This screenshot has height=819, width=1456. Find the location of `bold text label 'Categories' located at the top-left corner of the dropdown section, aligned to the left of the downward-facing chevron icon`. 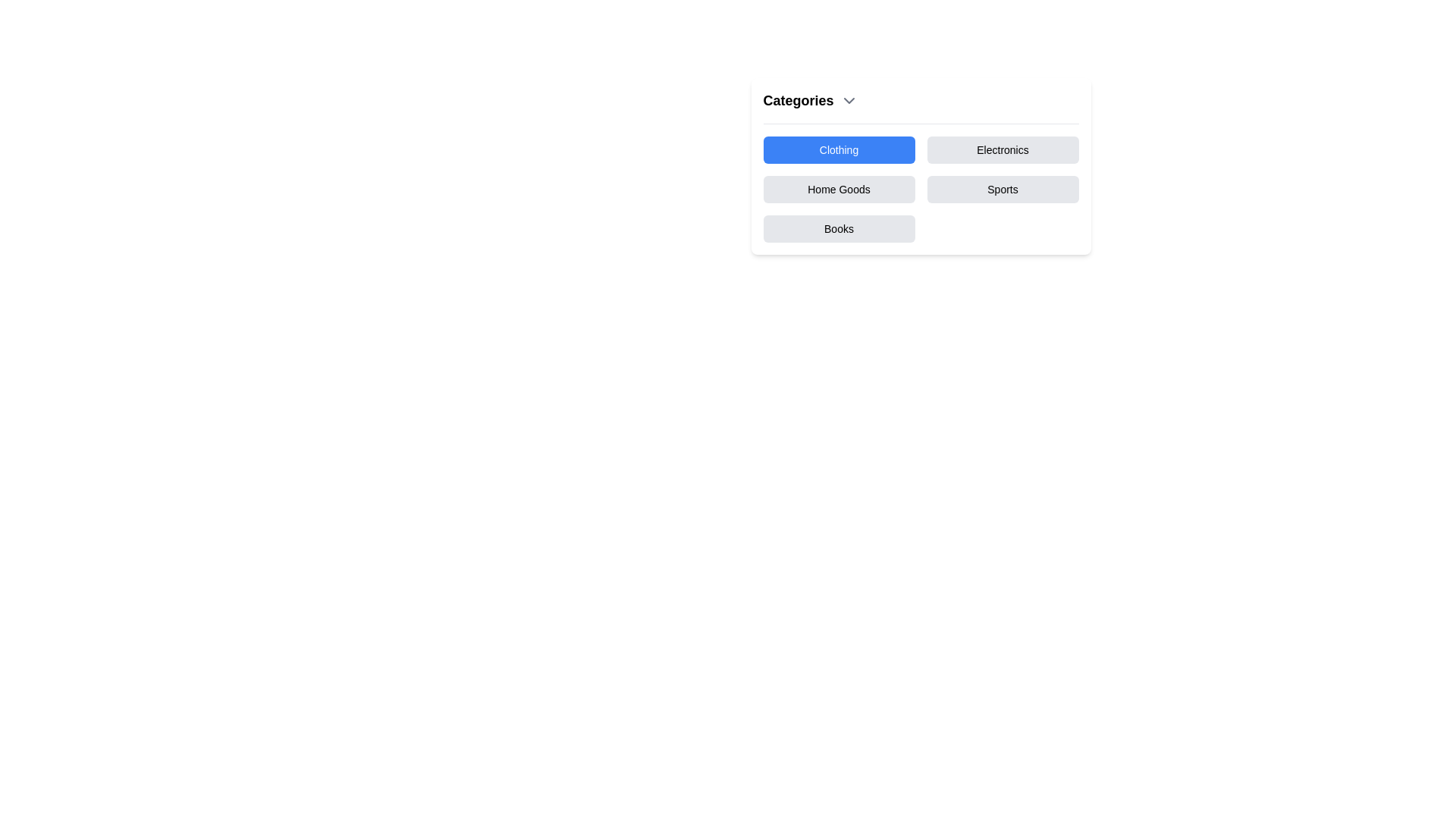

bold text label 'Categories' located at the top-left corner of the dropdown section, aligned to the left of the downward-facing chevron icon is located at coordinates (797, 100).